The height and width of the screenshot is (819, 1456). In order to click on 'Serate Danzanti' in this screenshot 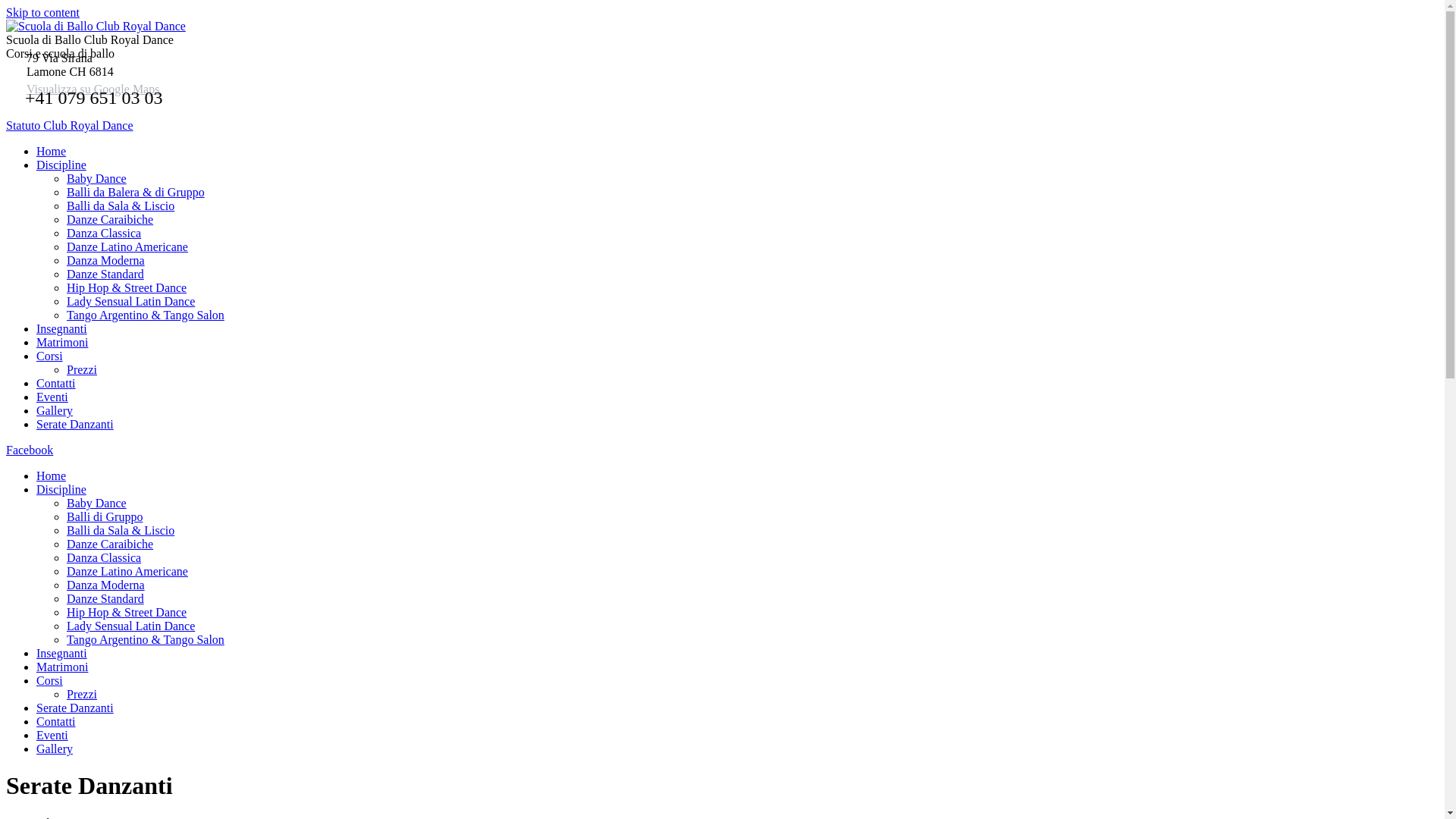, I will do `click(36, 708)`.